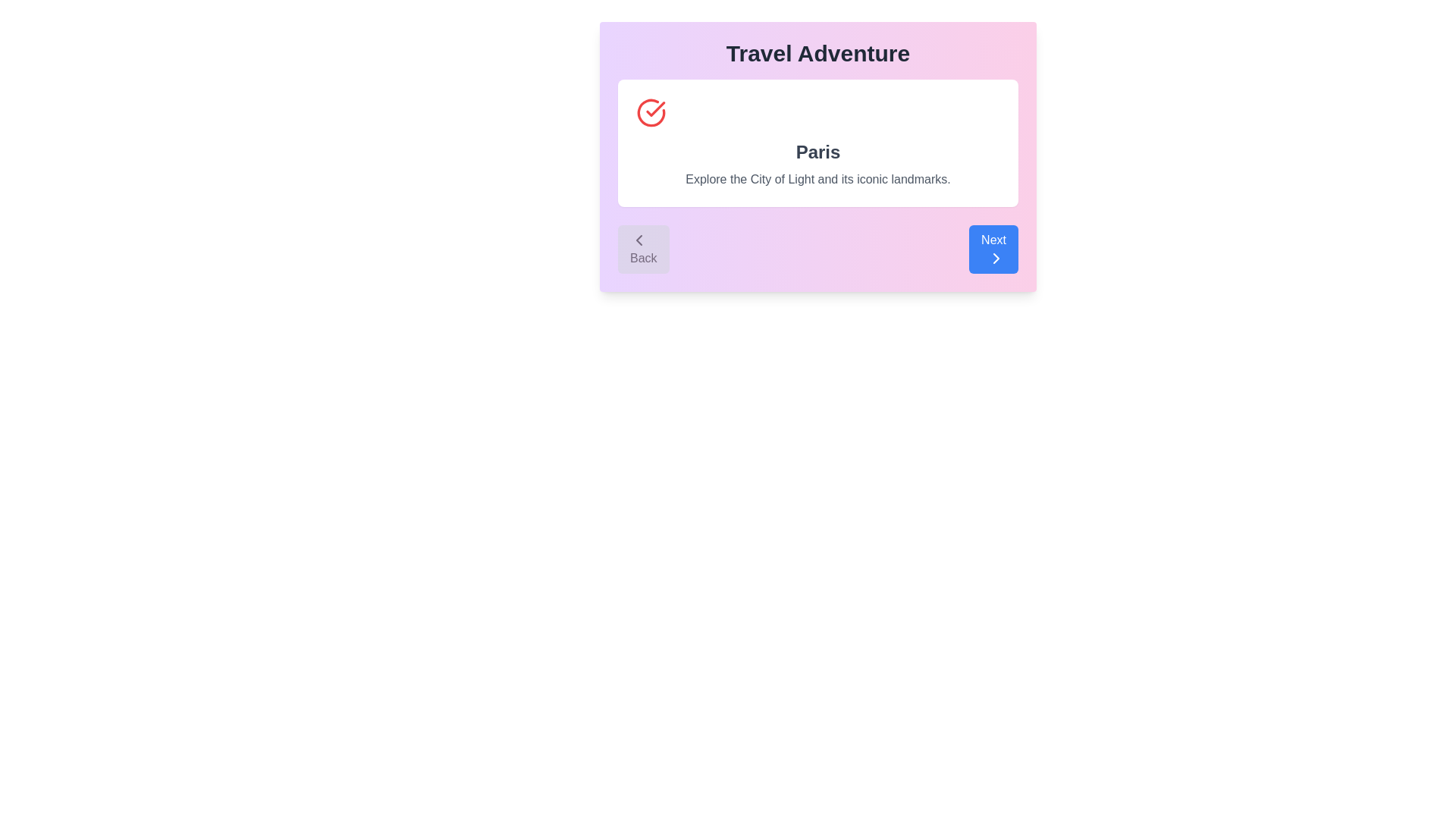 This screenshot has width=1456, height=819. Describe the element at coordinates (996, 257) in the screenshot. I see `the icon that represents proceeding forward, located at the center of the blue 'Next' button towards the bottom-right of the card-like layout` at that location.